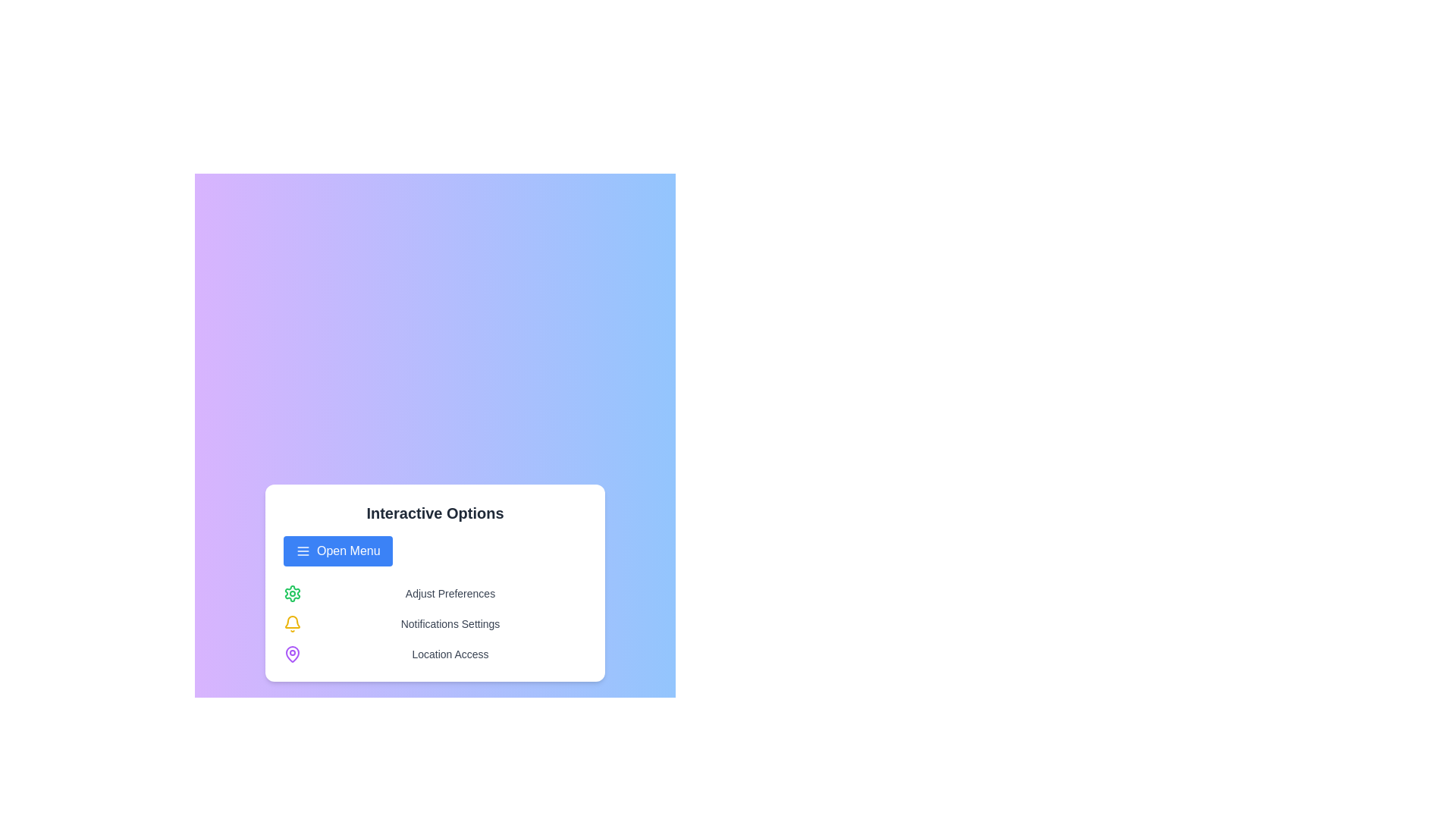 The image size is (1456, 819). Describe the element at coordinates (435, 513) in the screenshot. I see `the Static text heading displaying 'Interactive Options', which is styled in a bold, large font and dark gray color, located at the top of a white, rounded box` at that location.